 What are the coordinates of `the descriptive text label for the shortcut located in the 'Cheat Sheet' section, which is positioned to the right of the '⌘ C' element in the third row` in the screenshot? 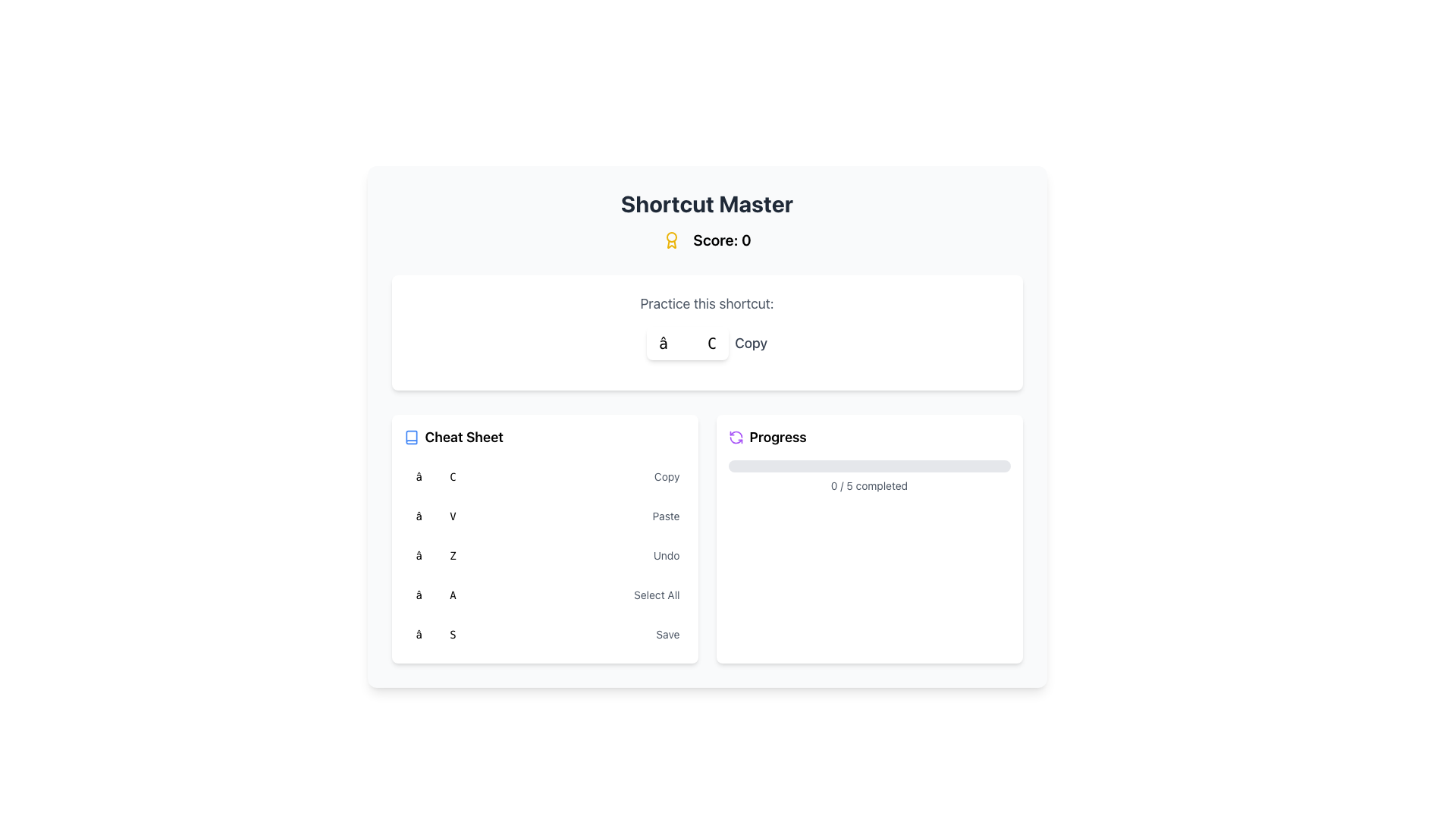 It's located at (667, 475).